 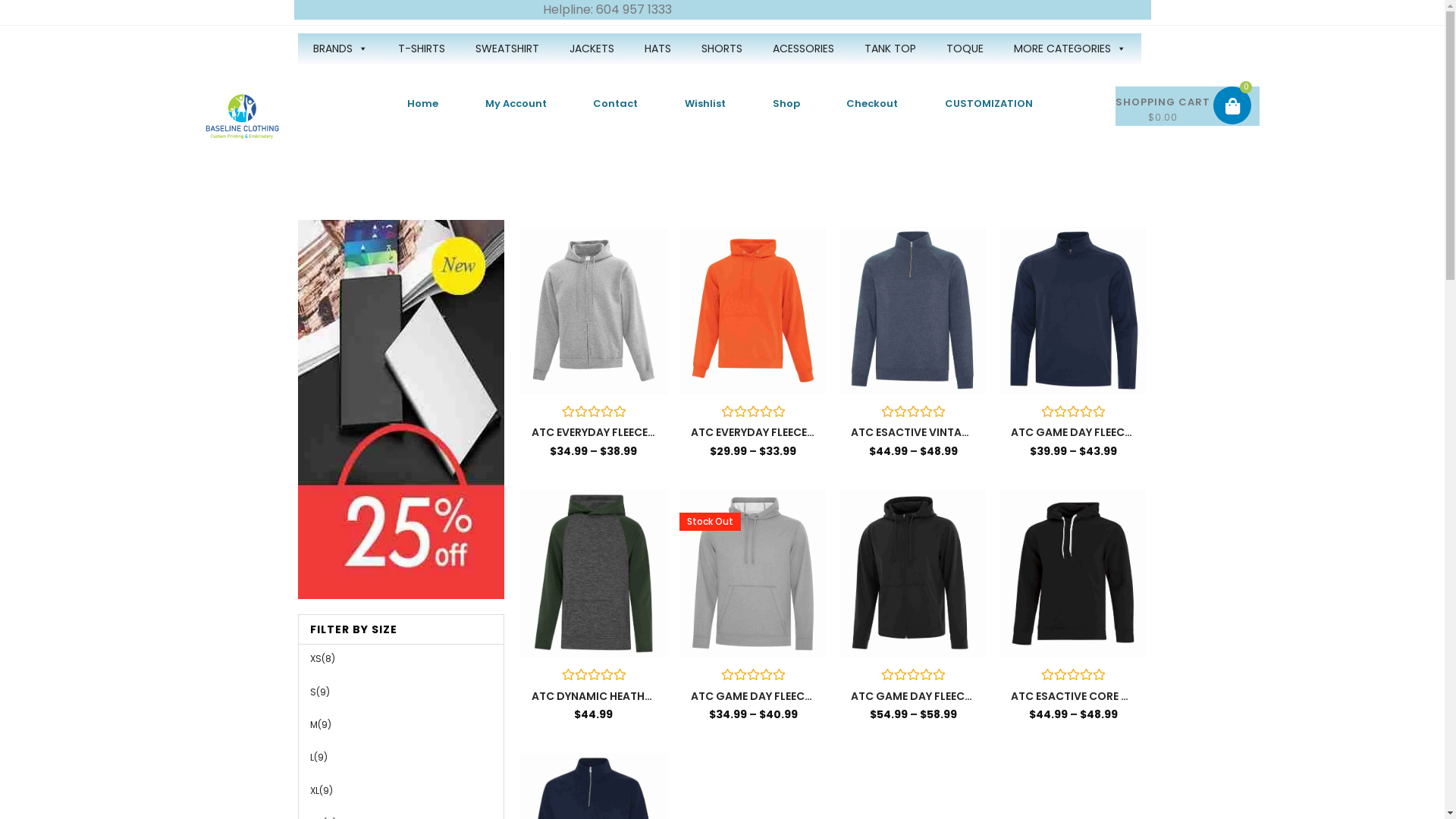 What do you see at coordinates (422, 103) in the screenshot?
I see `'Home'` at bounding box center [422, 103].